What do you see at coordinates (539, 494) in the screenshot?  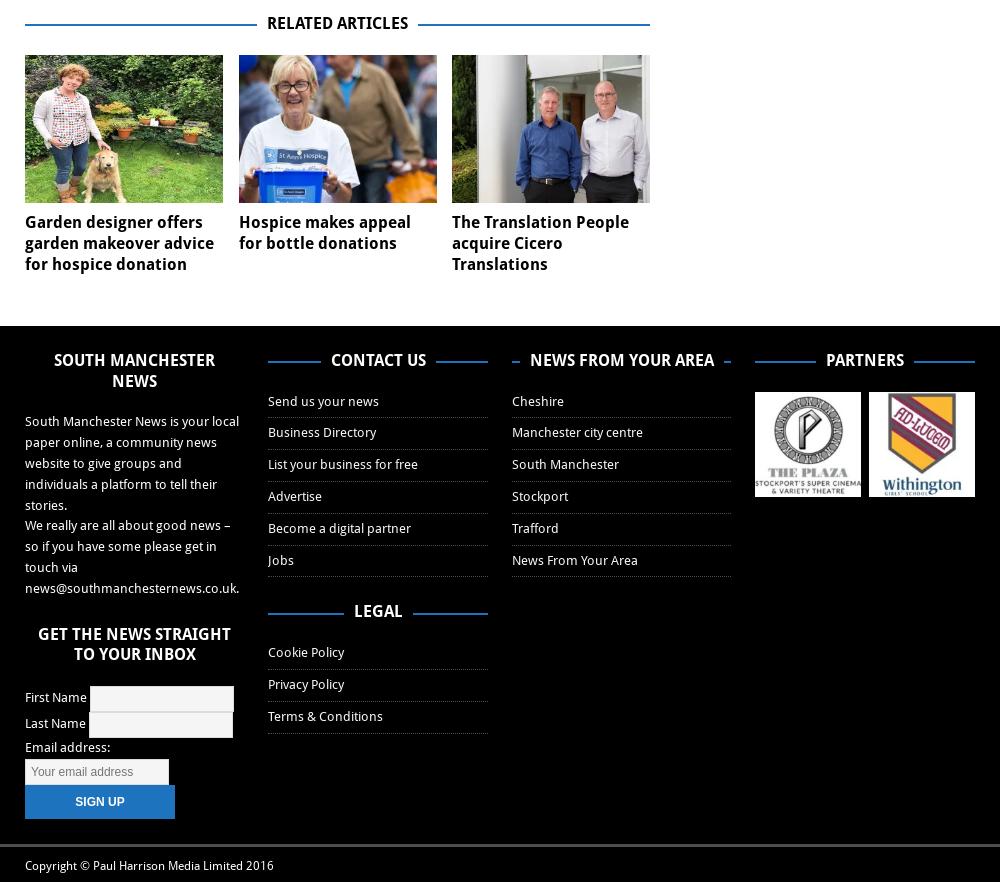 I see `'Stockport'` at bounding box center [539, 494].